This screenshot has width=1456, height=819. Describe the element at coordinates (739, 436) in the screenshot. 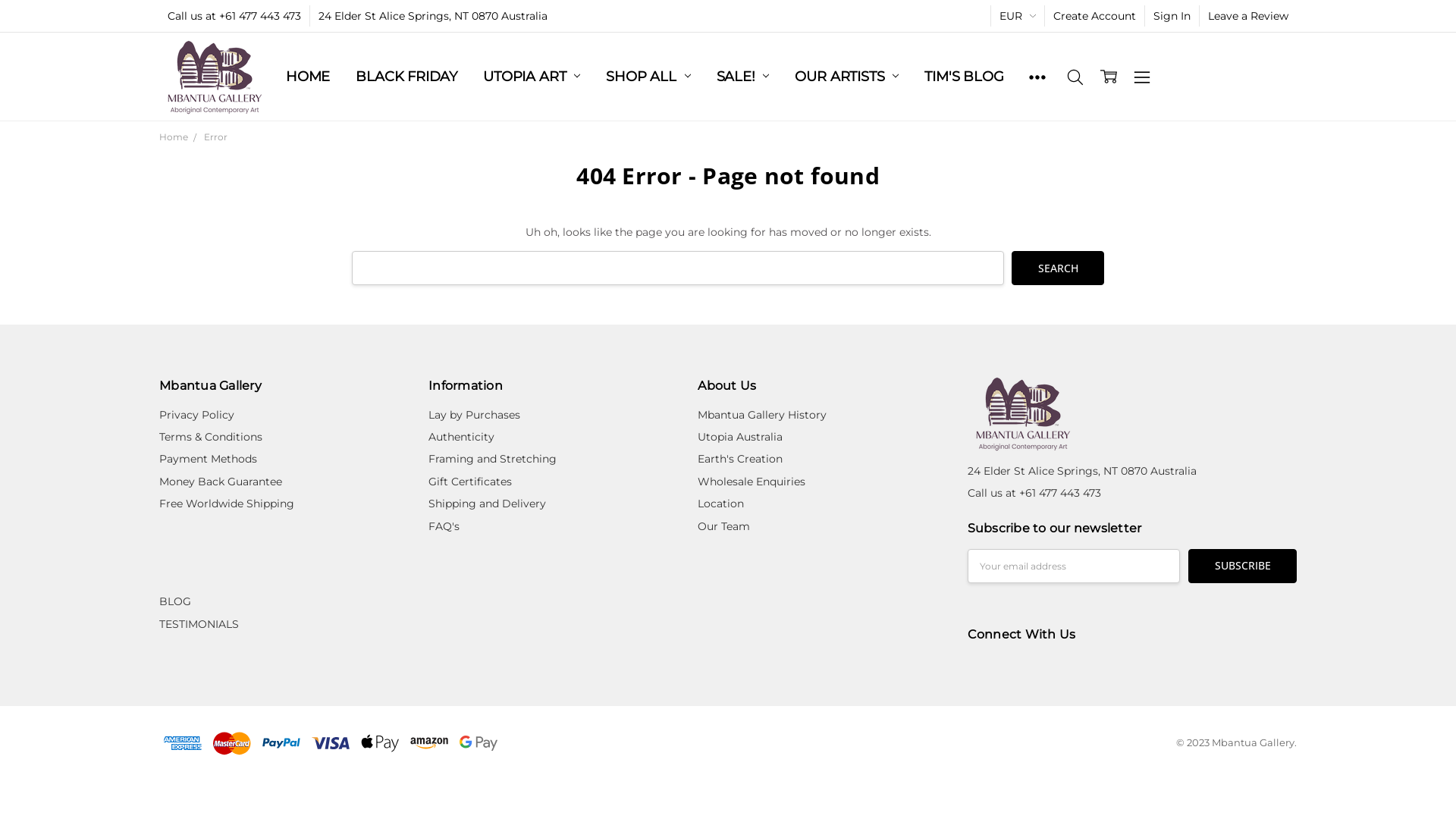

I see `'Utopia Australia'` at that location.